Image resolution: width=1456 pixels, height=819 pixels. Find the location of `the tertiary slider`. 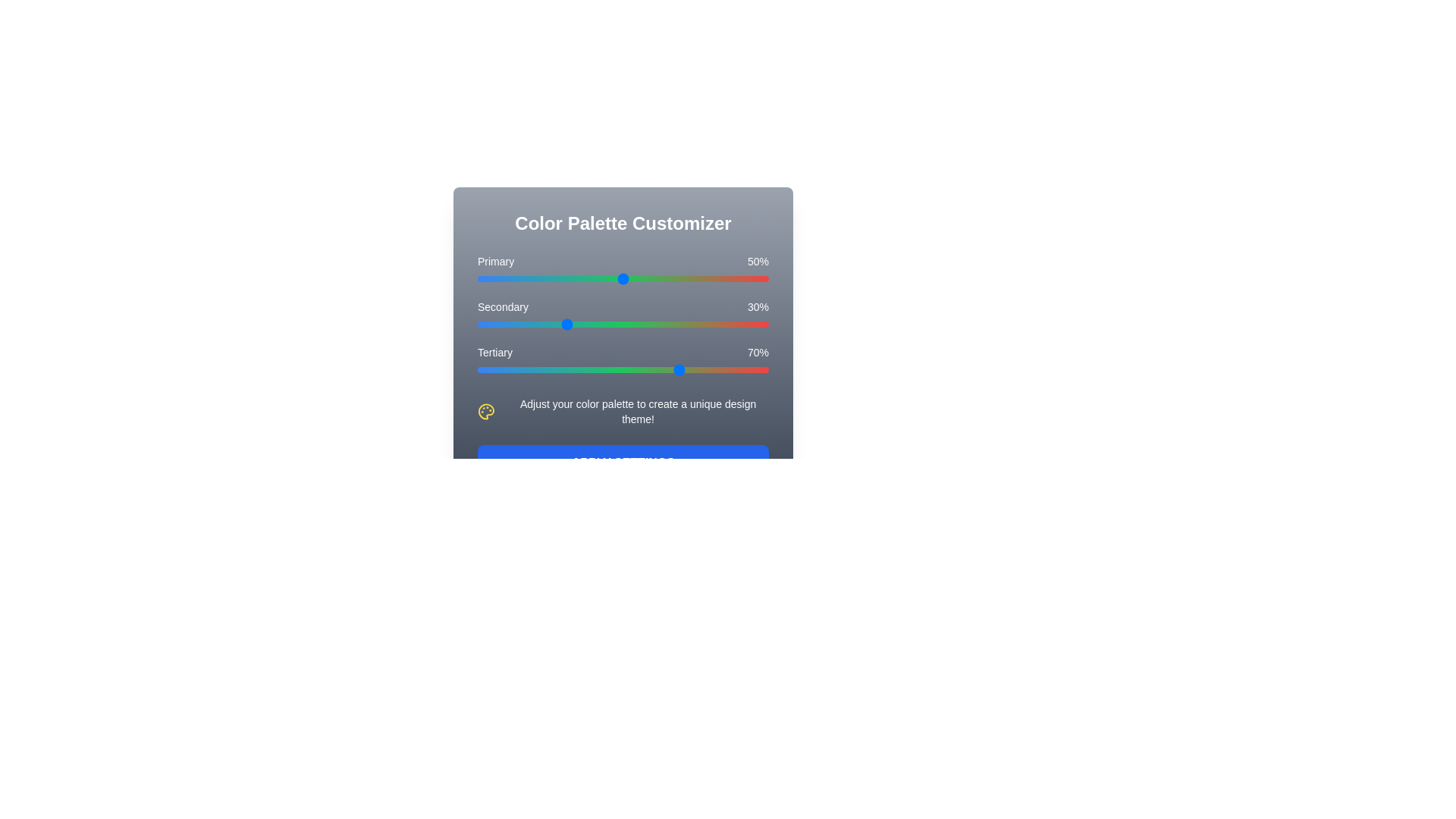

the tertiary slider is located at coordinates (718, 370).